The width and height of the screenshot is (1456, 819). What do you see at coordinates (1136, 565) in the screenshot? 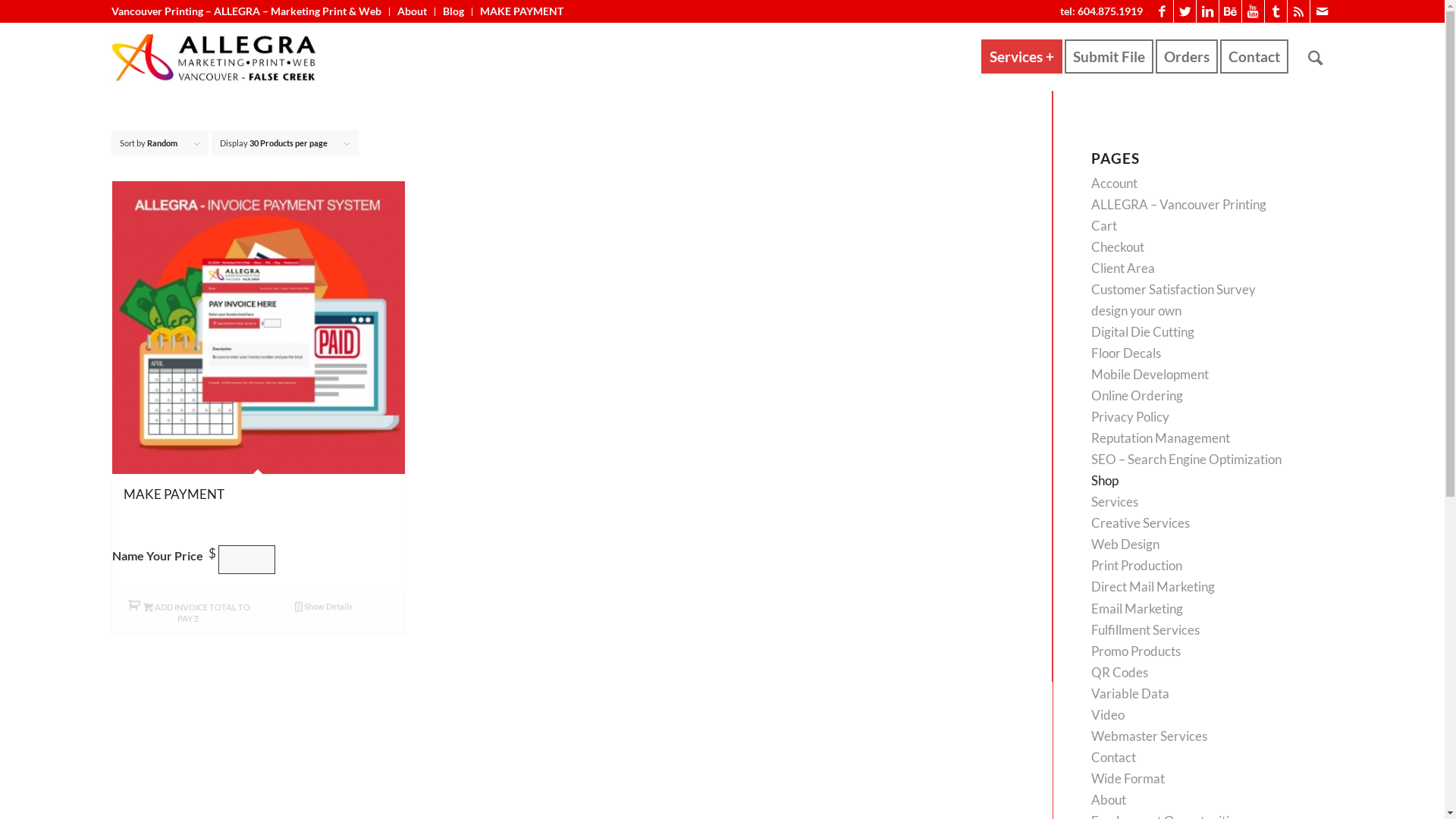
I see `'Print Production'` at bounding box center [1136, 565].